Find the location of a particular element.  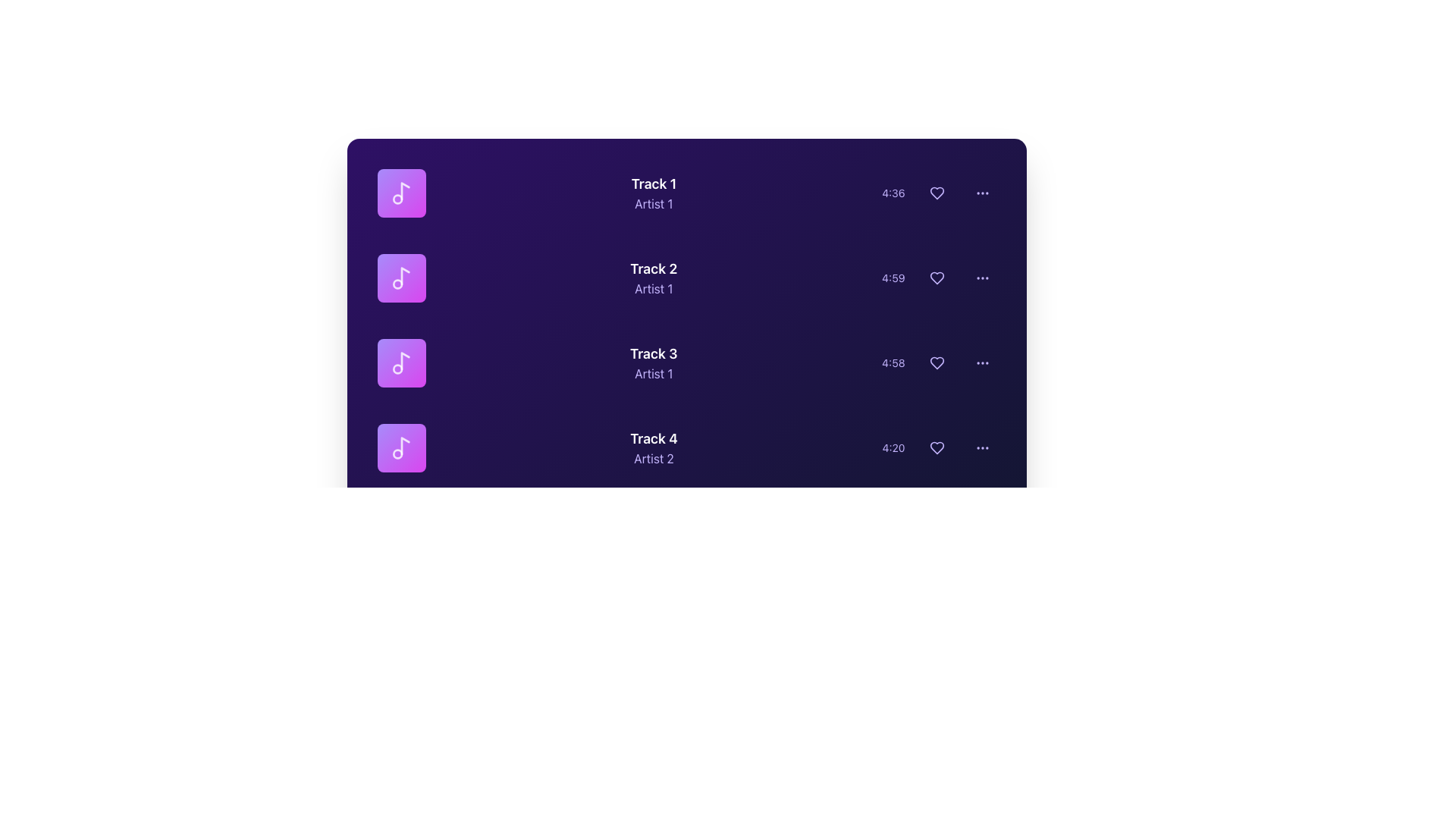

the heart-shaped icon button in the music player interface to check if it highlights is located at coordinates (936, 278).